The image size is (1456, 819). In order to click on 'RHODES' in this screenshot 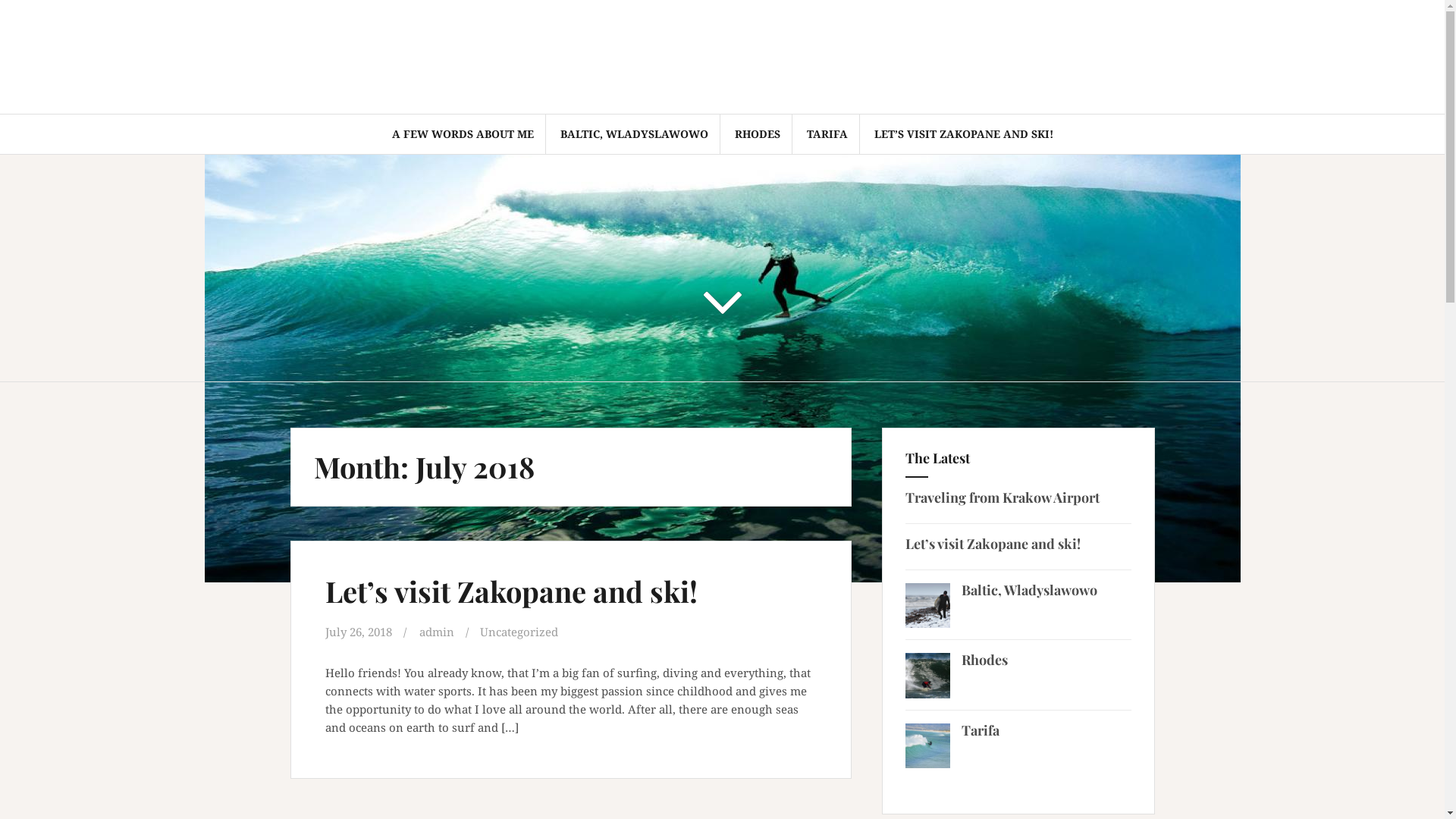, I will do `click(757, 133)`.